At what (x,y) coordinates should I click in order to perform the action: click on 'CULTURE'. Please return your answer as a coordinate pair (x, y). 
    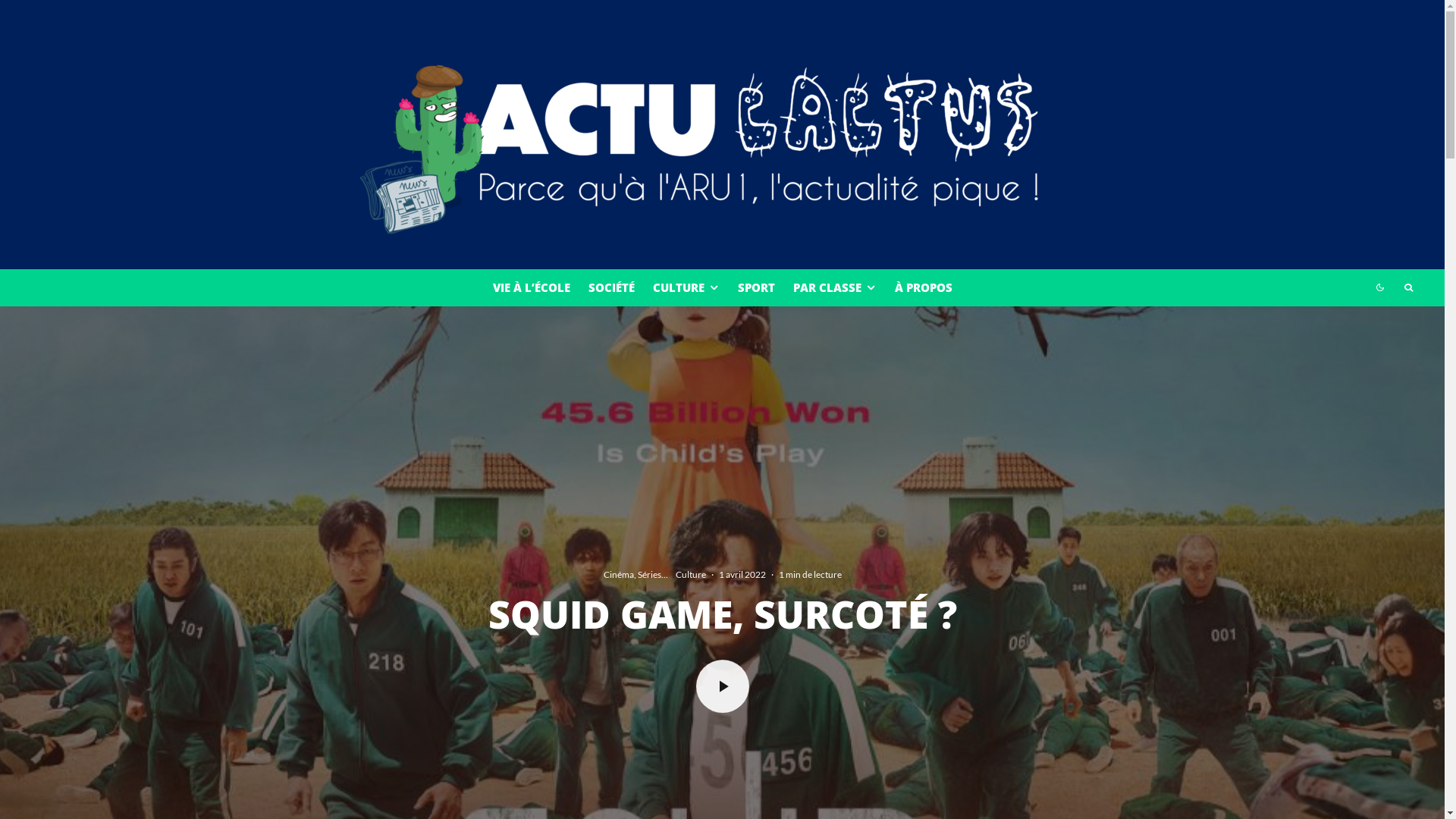
    Looking at the image, I should click on (684, 287).